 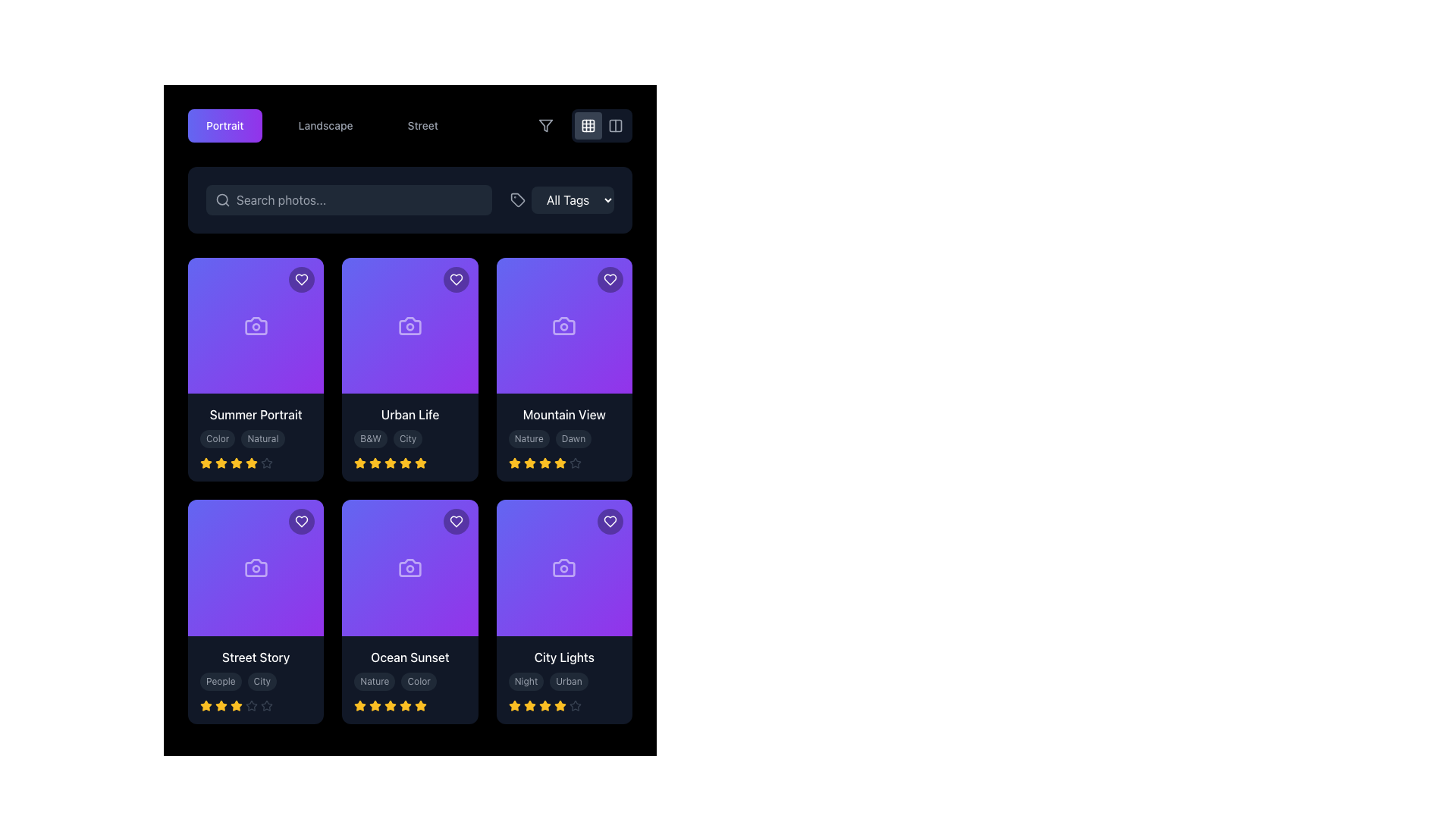 What do you see at coordinates (221, 705) in the screenshot?
I see `the first yellow star icon in the row of rating stars below the 'Street Story' card to interact with it` at bounding box center [221, 705].